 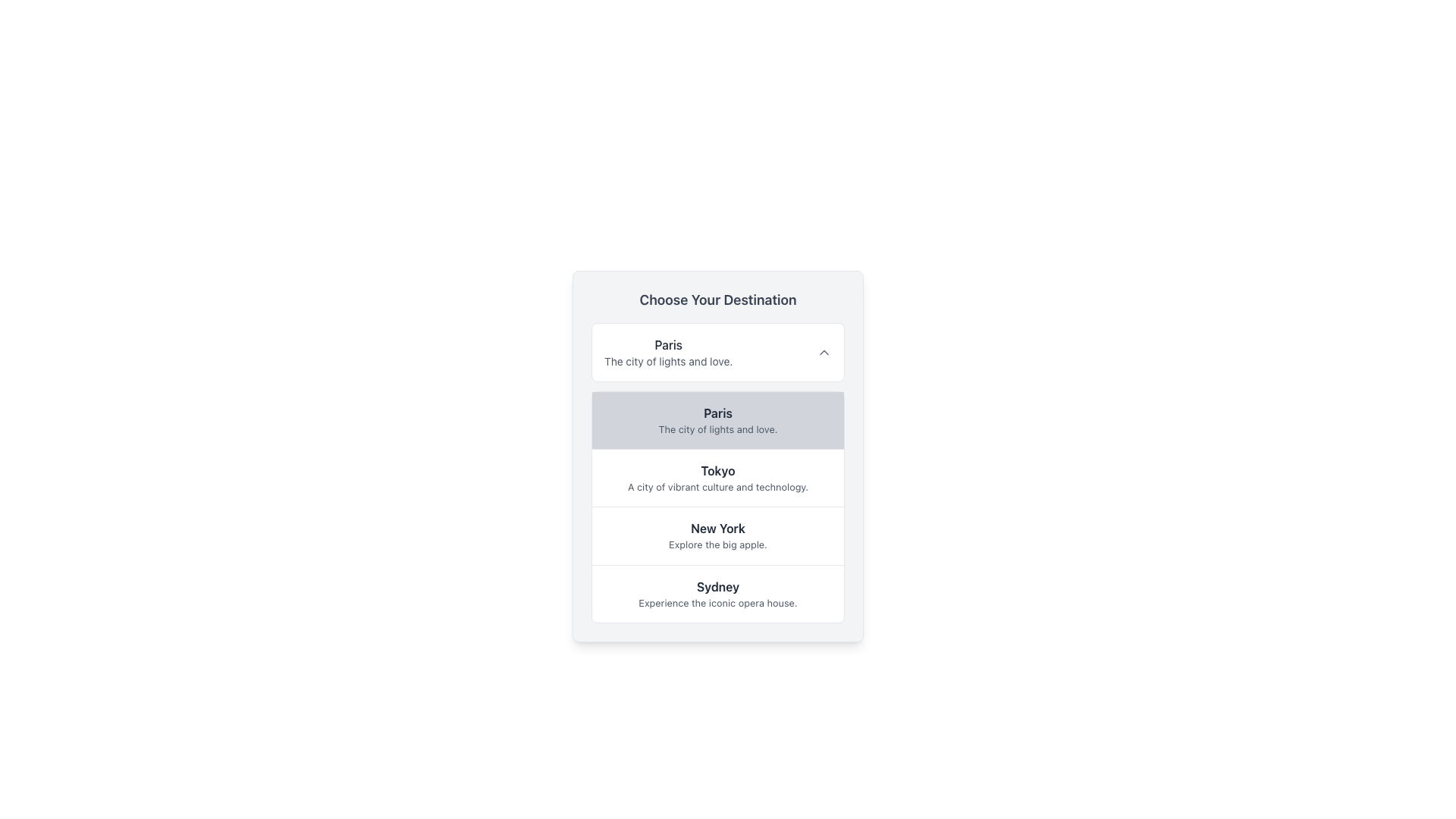 What do you see at coordinates (667, 353) in the screenshot?
I see `the selectable option labeled 'Paris' in the 'Choose Your Destination' list` at bounding box center [667, 353].